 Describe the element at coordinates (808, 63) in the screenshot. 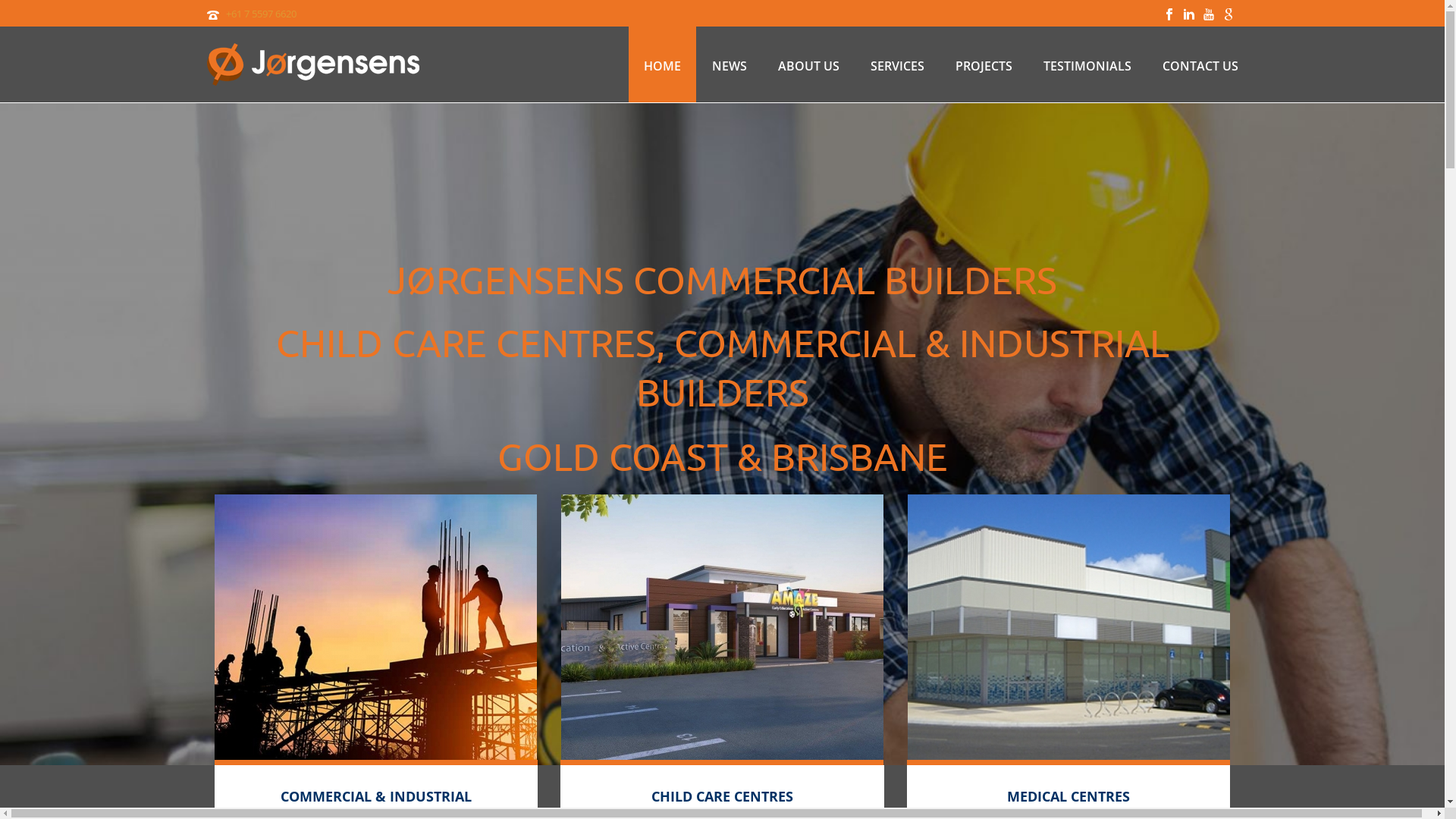

I see `'ABOUT US'` at that location.